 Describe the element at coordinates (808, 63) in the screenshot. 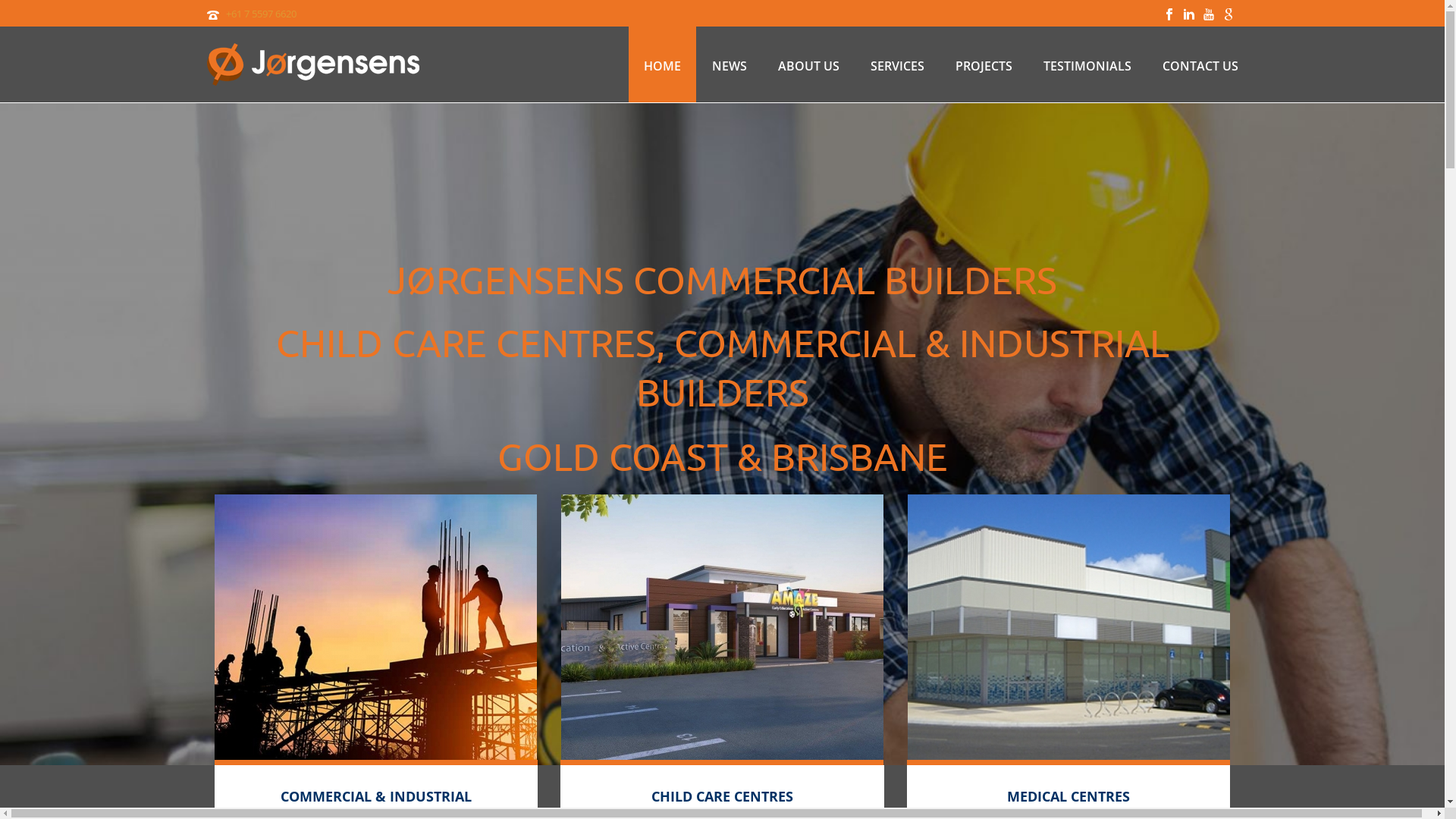

I see `'ABOUT US'` at that location.